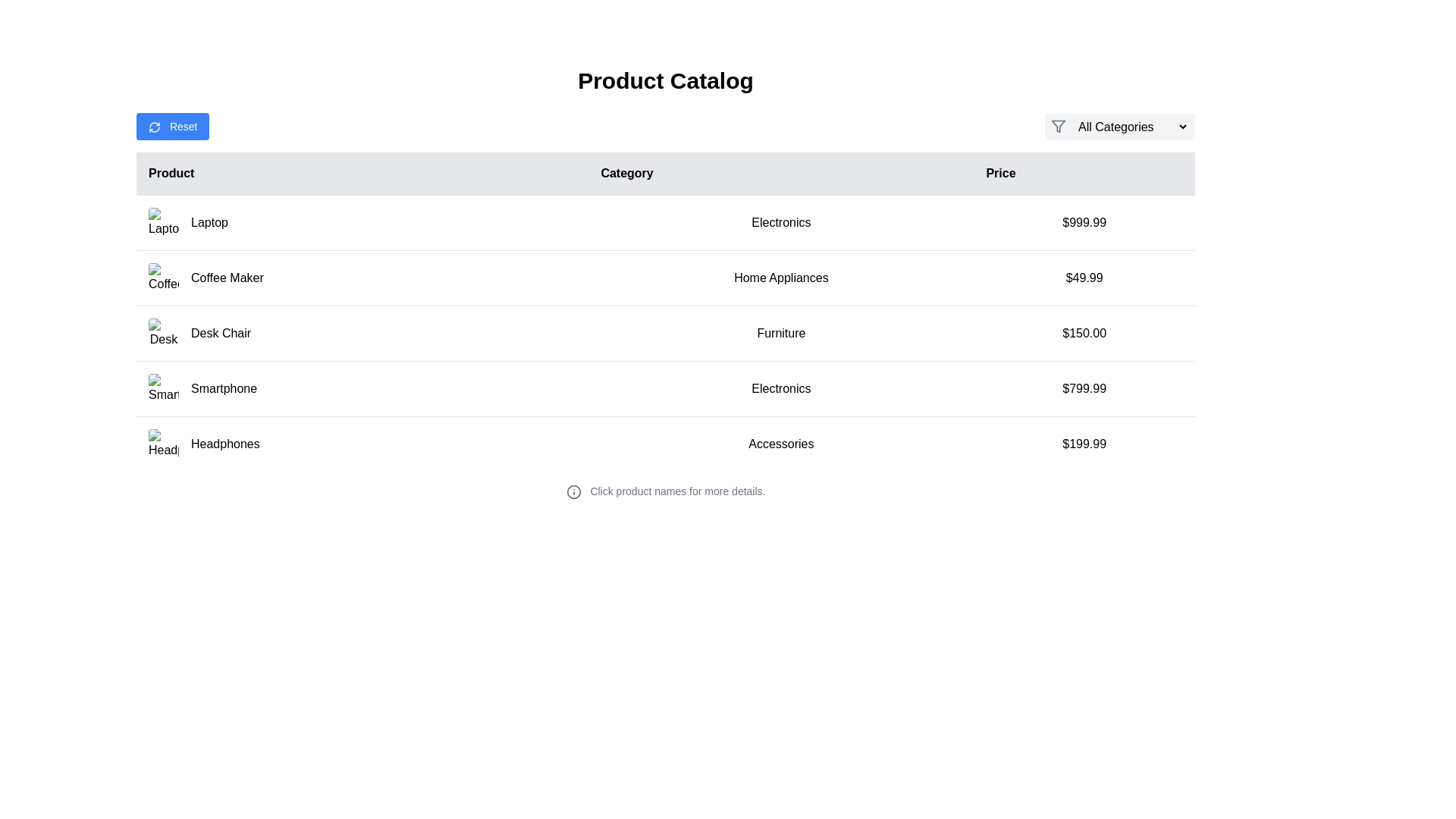  Describe the element at coordinates (164, 332) in the screenshot. I see `the product image representing 'Desk Chair' in the catalog, located in the third row, to enhance user navigation and understanding` at that location.